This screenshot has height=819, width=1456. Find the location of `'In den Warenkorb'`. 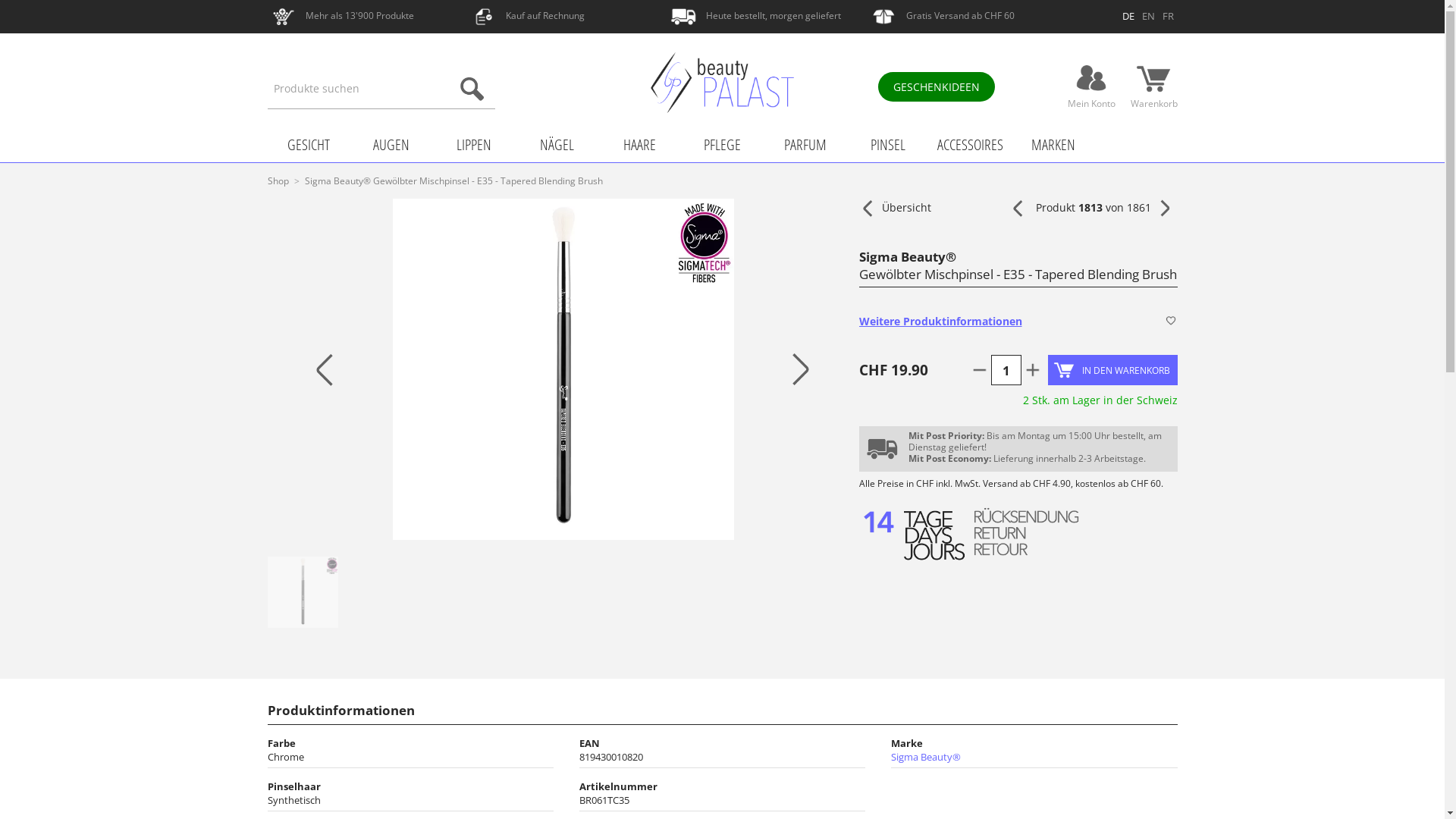

'In den Warenkorb' is located at coordinates (1112, 370).